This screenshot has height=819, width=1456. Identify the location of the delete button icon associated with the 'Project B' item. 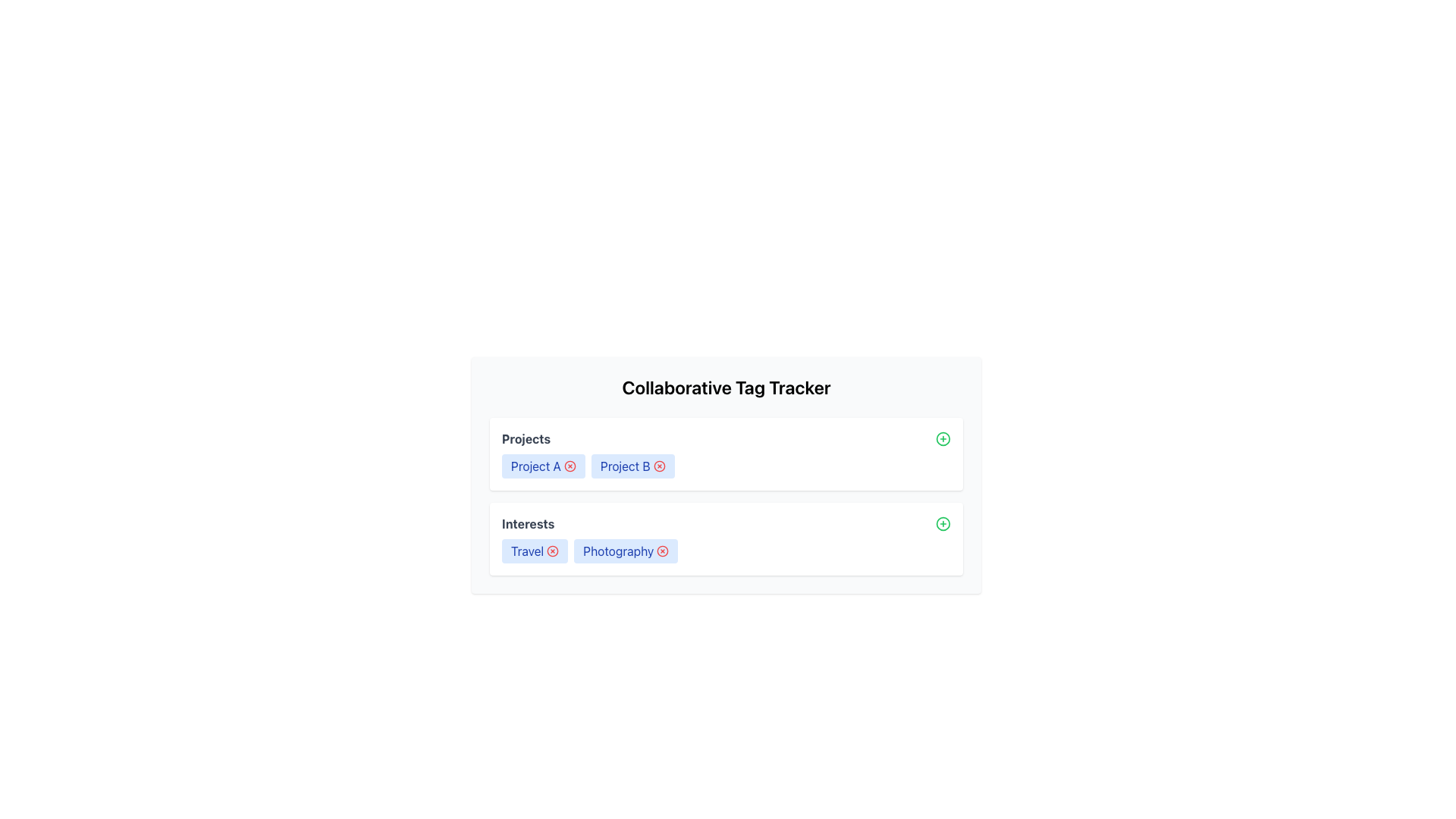
(659, 465).